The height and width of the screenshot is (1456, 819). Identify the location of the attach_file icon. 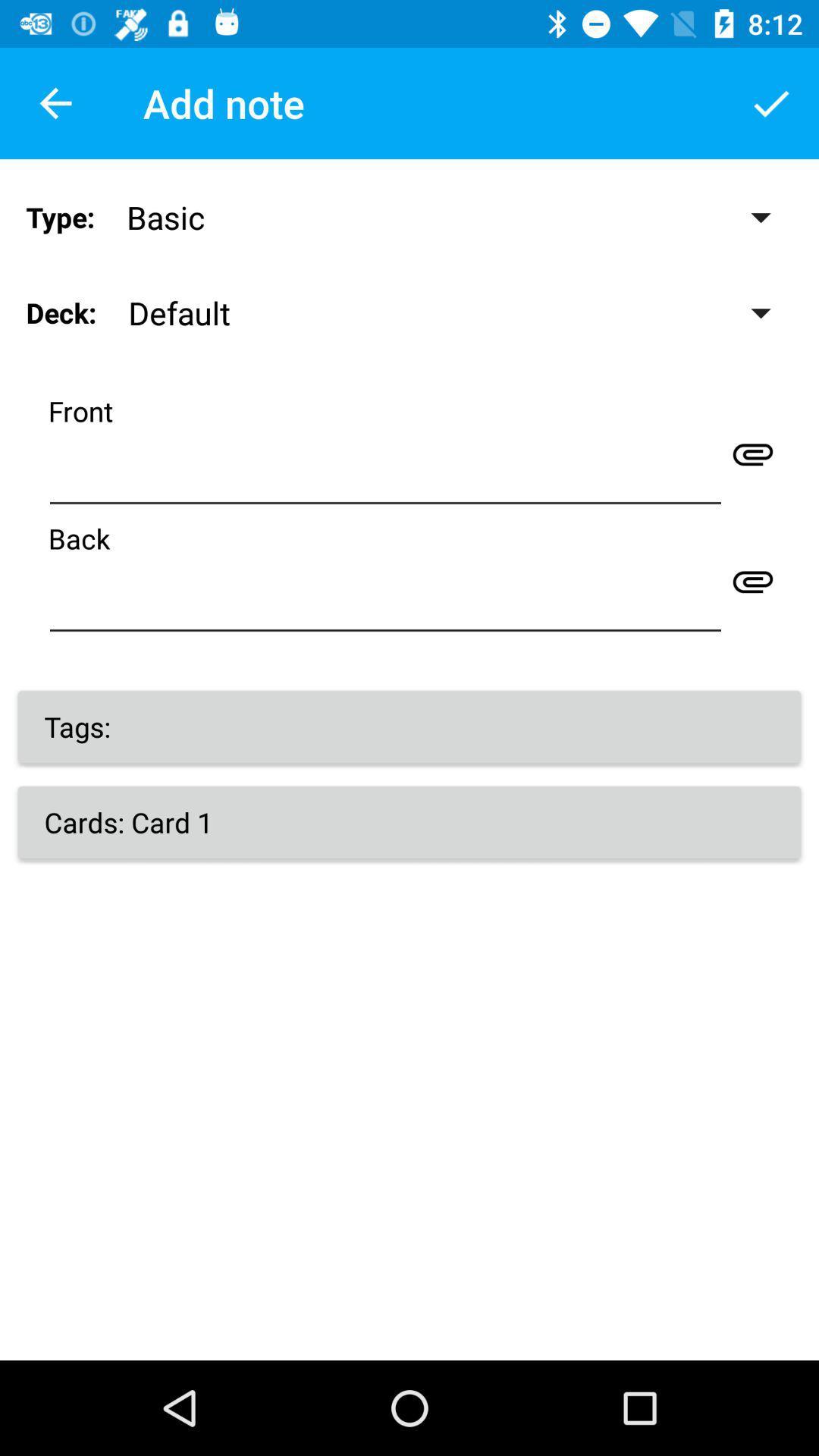
(752, 453).